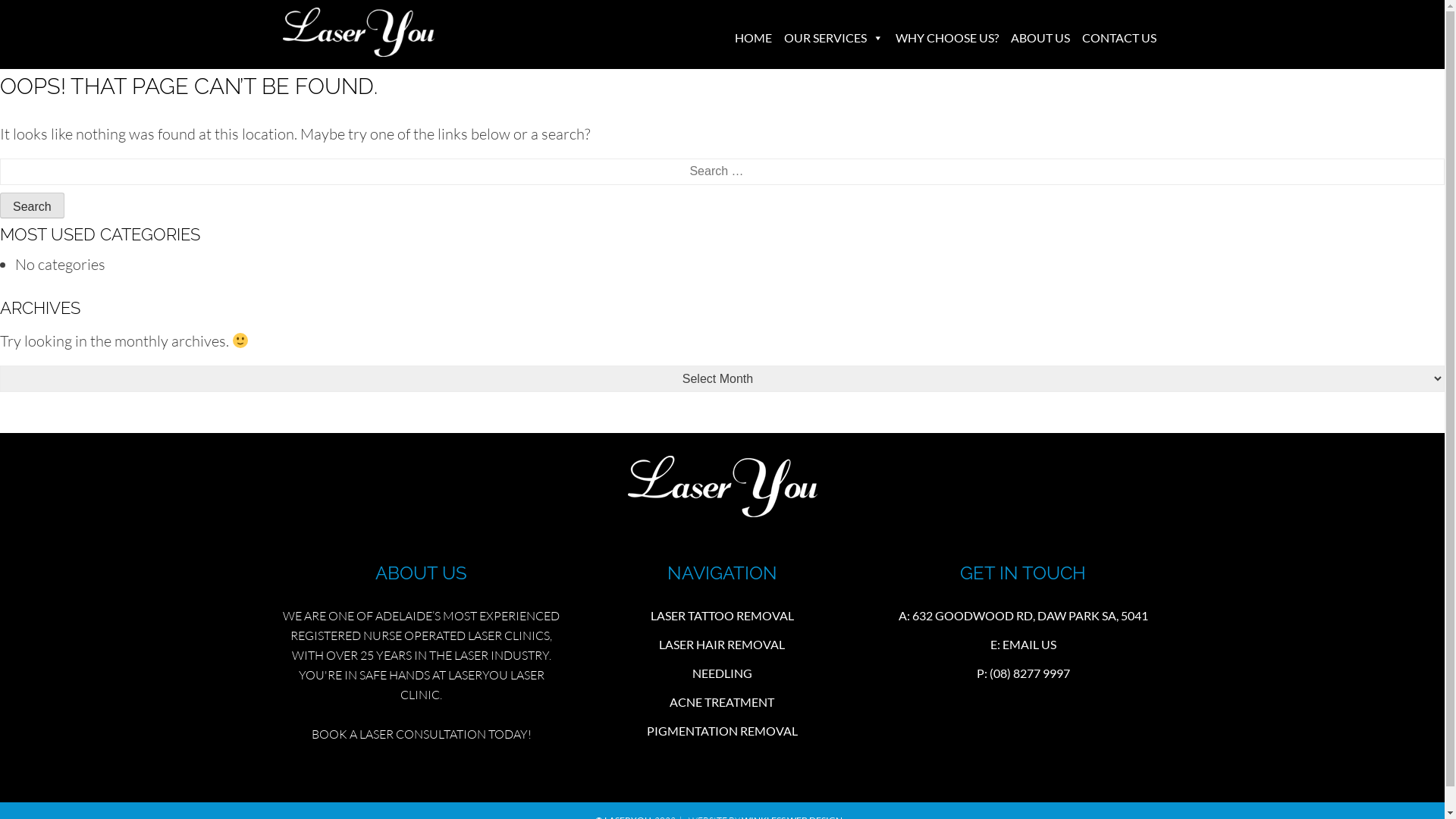 This screenshot has width=1456, height=819. What do you see at coordinates (721, 672) in the screenshot?
I see `'NEEDLING'` at bounding box center [721, 672].